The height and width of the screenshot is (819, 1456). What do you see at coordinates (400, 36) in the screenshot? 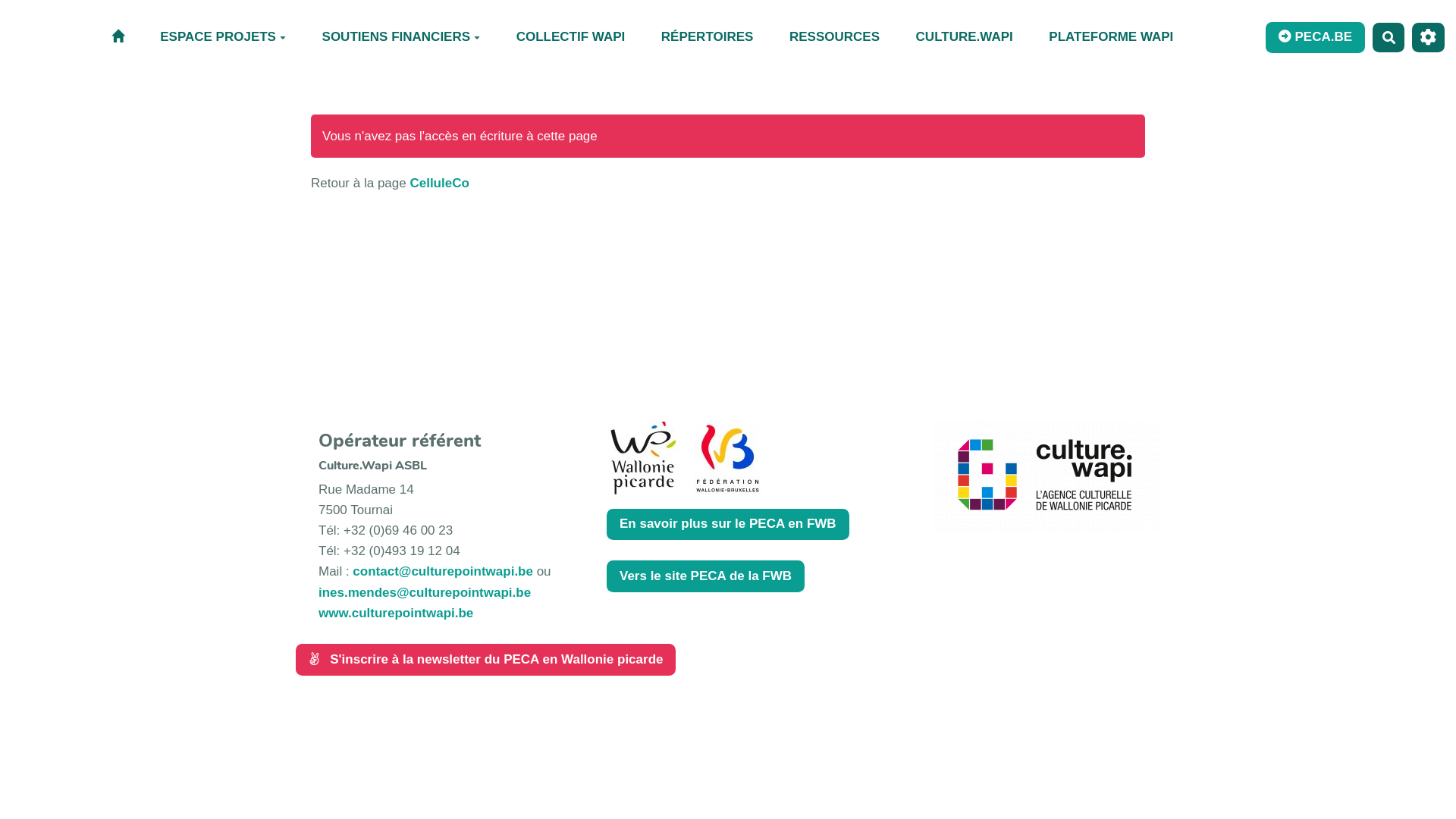
I see `'SOUTIENS FINANCIERS'` at bounding box center [400, 36].